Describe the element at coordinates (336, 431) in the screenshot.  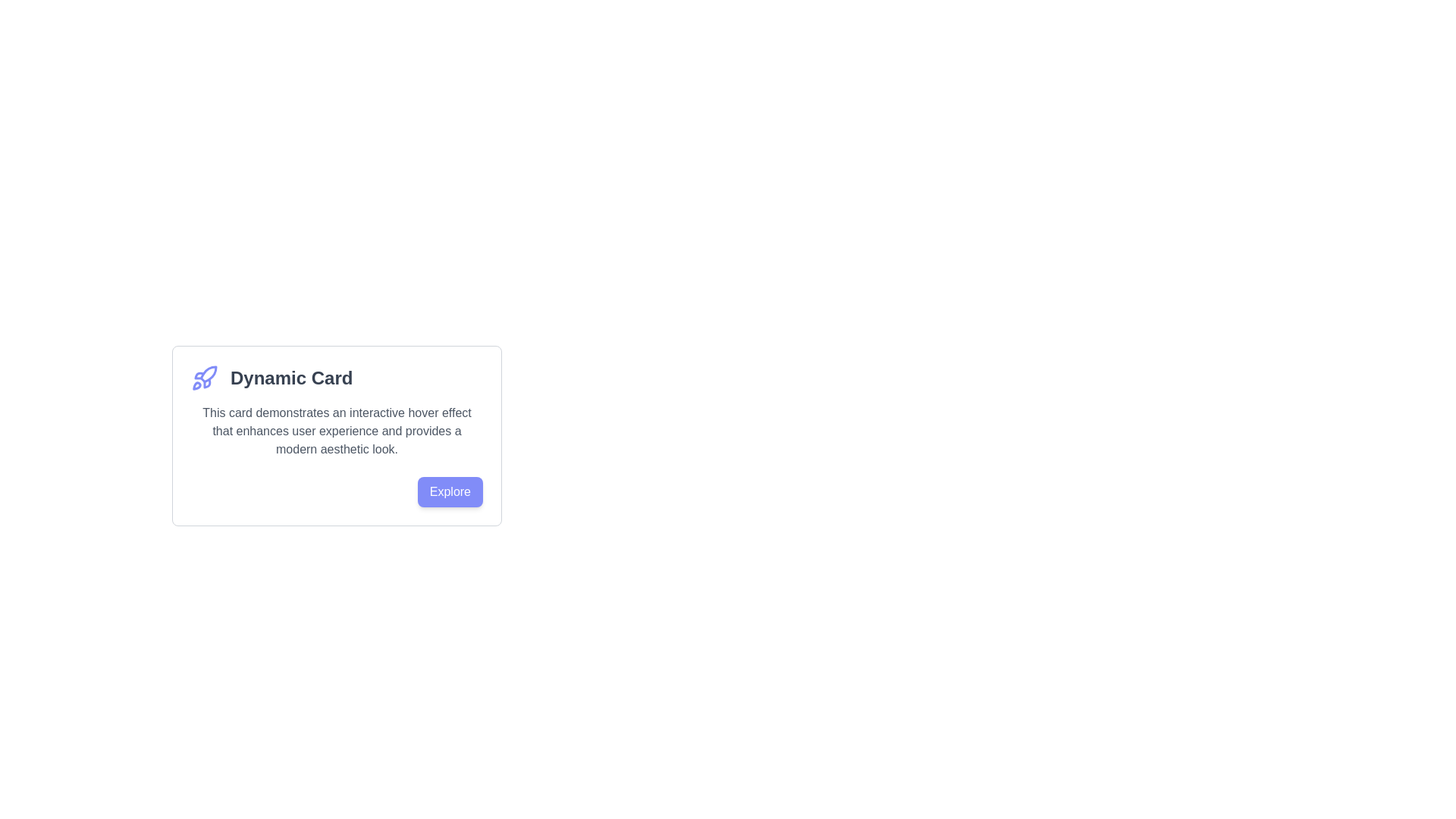
I see `the descriptive text block styled in gray font within the 'Dynamic Card', located centrally between the title and the 'Explore' button` at that location.